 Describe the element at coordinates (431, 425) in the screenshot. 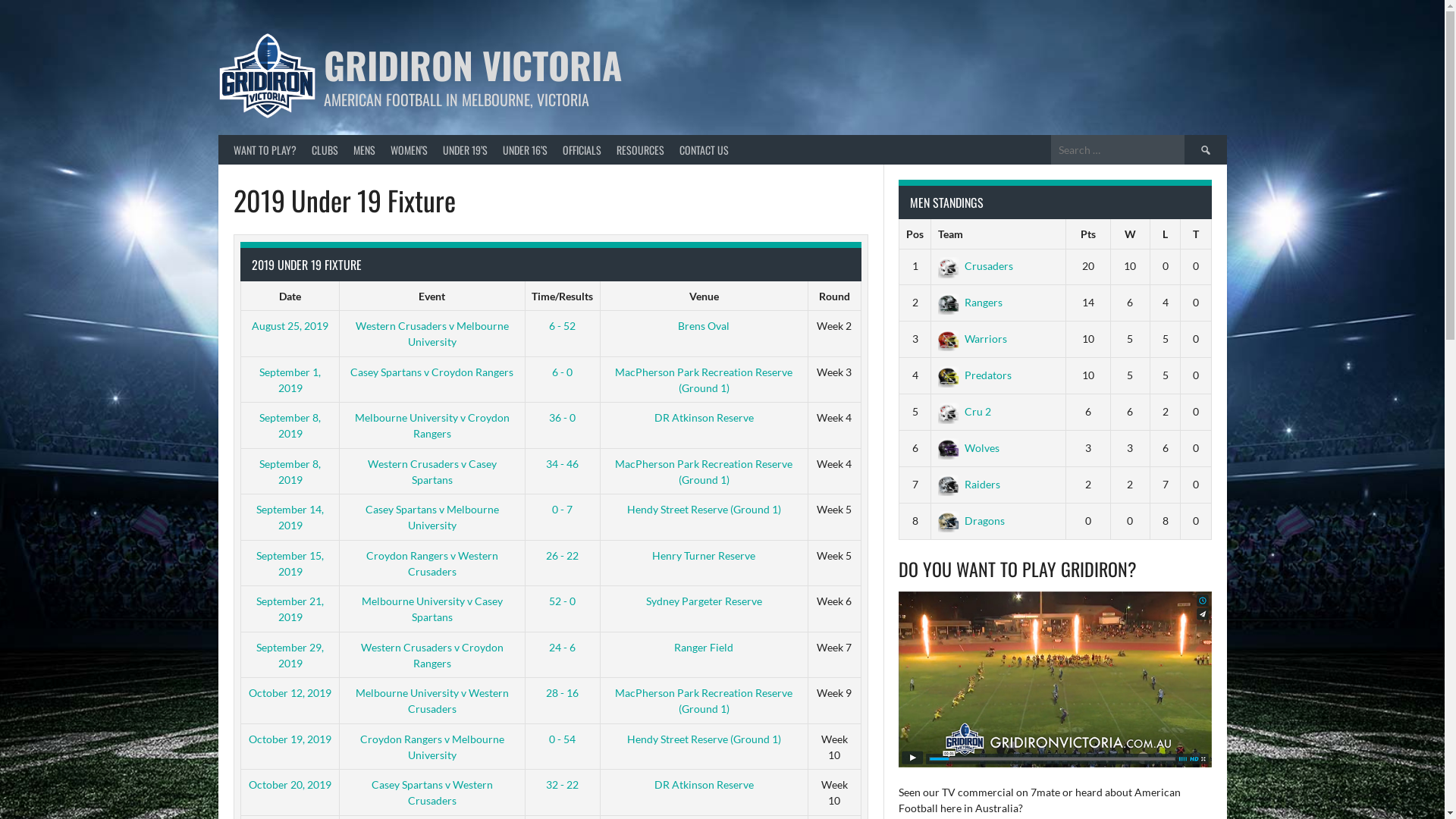

I see `'Melbourne University v Croydon Rangers'` at that location.